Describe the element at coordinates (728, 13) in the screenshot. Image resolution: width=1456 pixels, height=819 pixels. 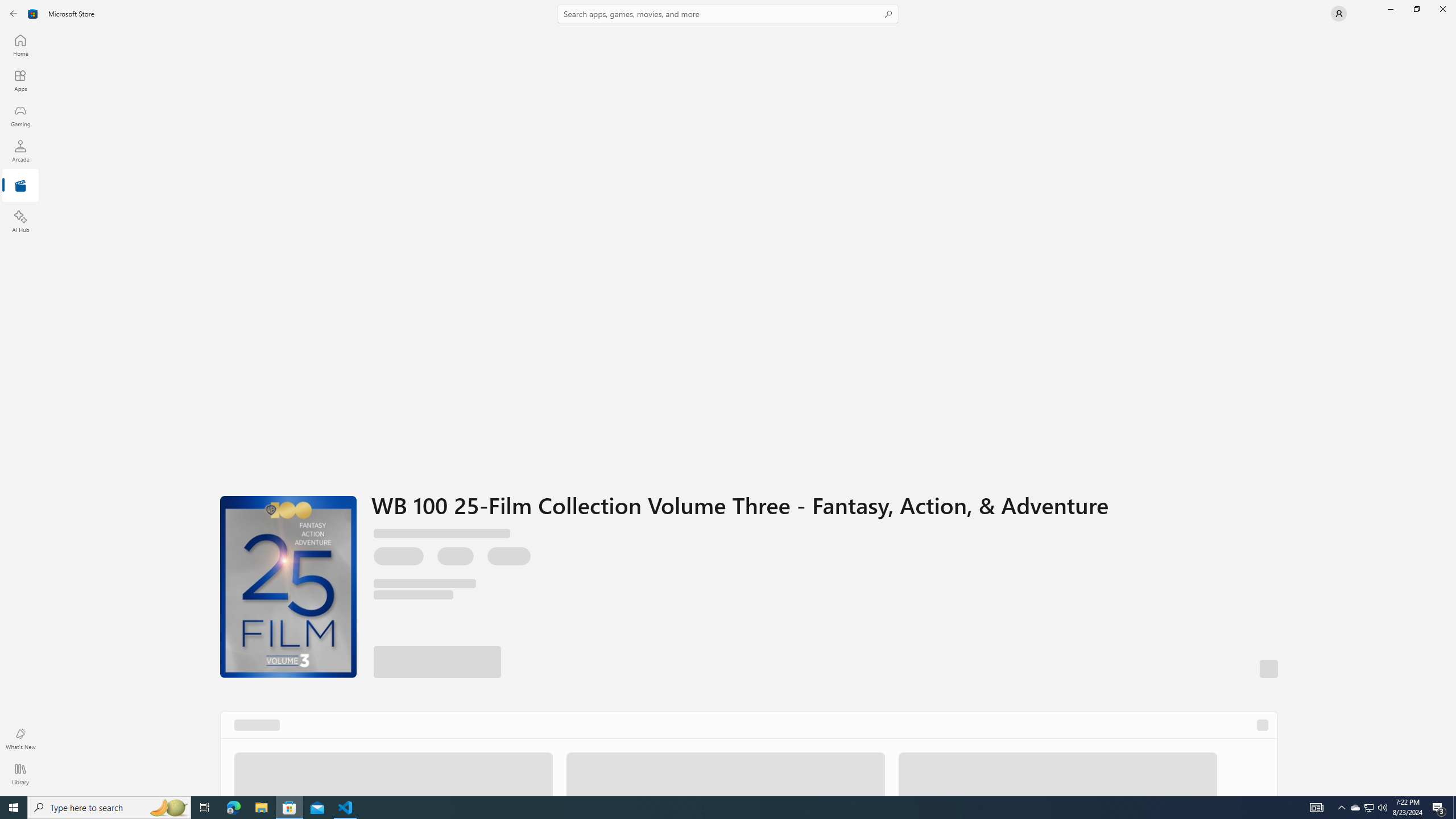
I see `'Search'` at that location.